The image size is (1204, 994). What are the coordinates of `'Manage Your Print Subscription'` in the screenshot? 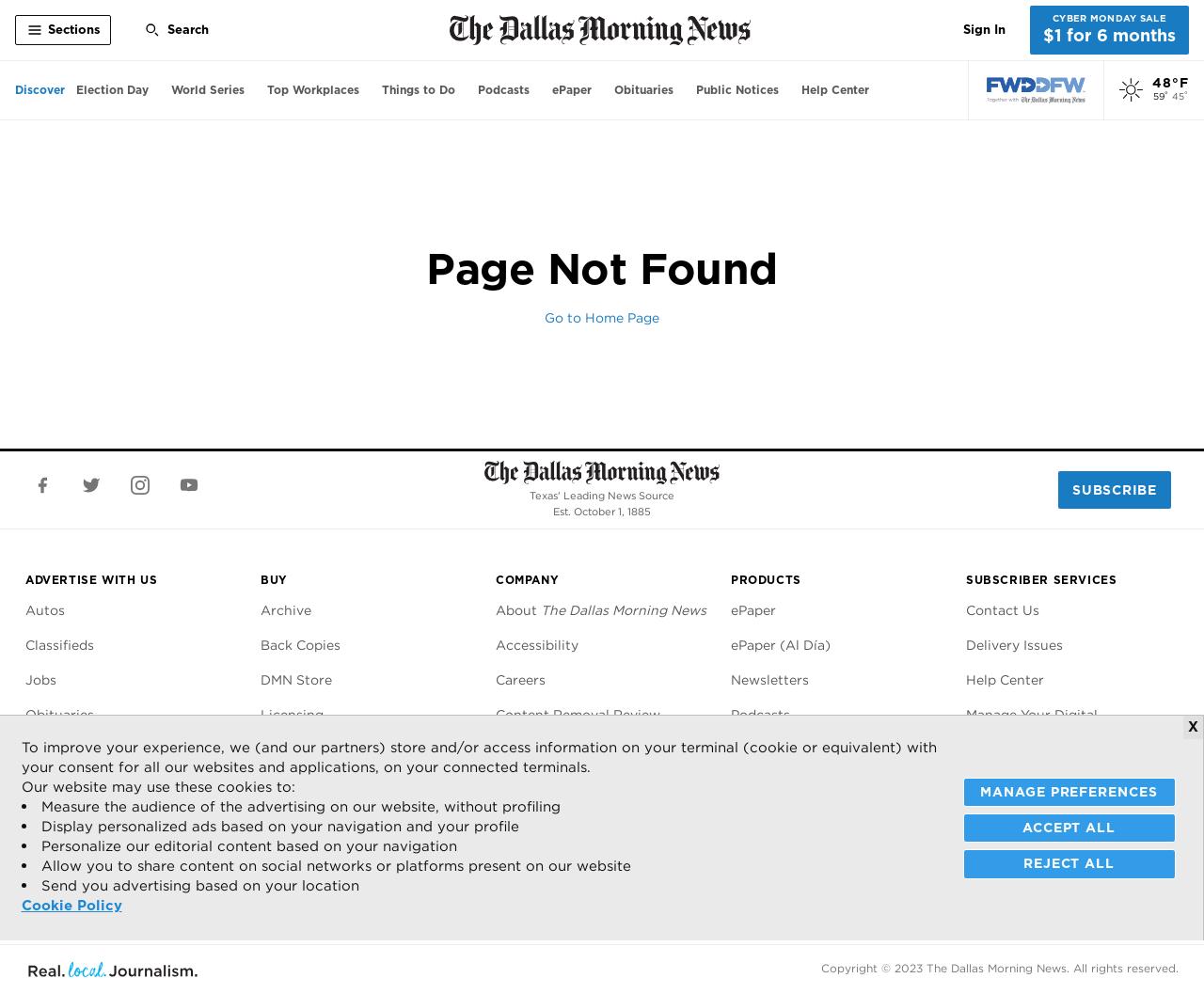 It's located at (1069, 769).